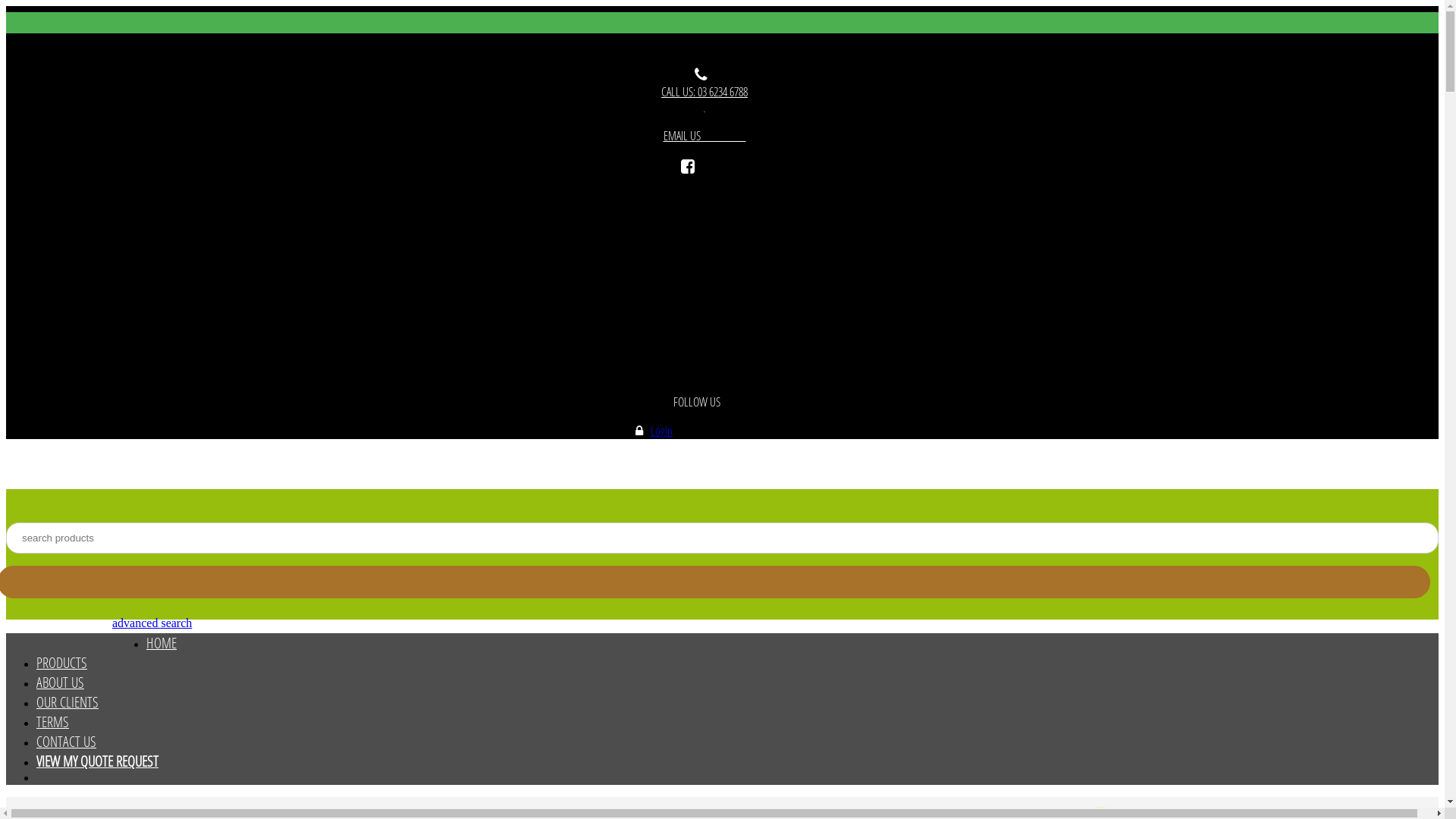 This screenshot has width=1456, height=819. Describe the element at coordinates (67, 701) in the screenshot. I see `'OUR CLIENTS'` at that location.